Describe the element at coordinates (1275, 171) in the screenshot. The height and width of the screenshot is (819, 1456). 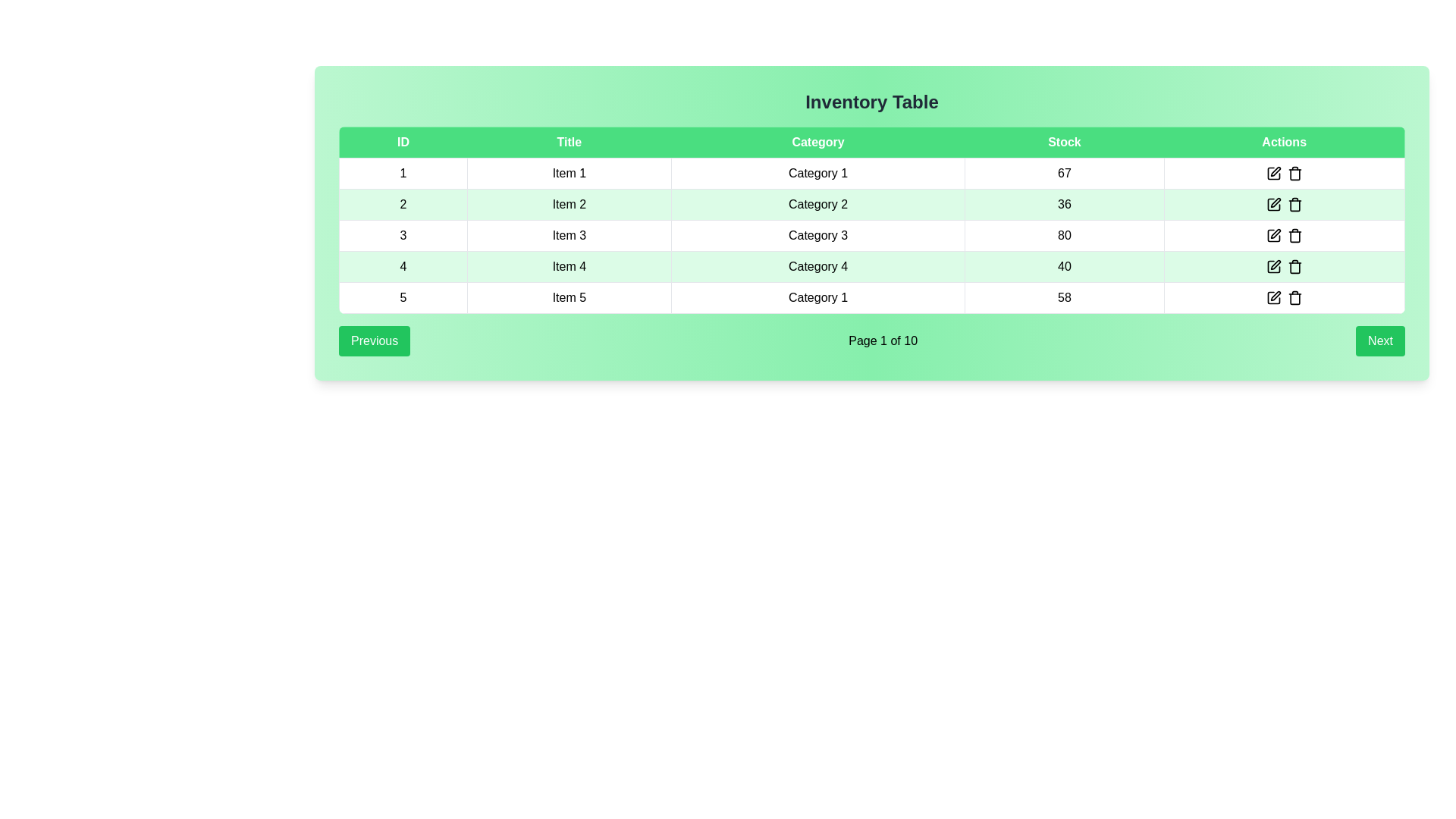
I see `the pencil icon in the 'Actions' column of the first row in the inventory table` at that location.